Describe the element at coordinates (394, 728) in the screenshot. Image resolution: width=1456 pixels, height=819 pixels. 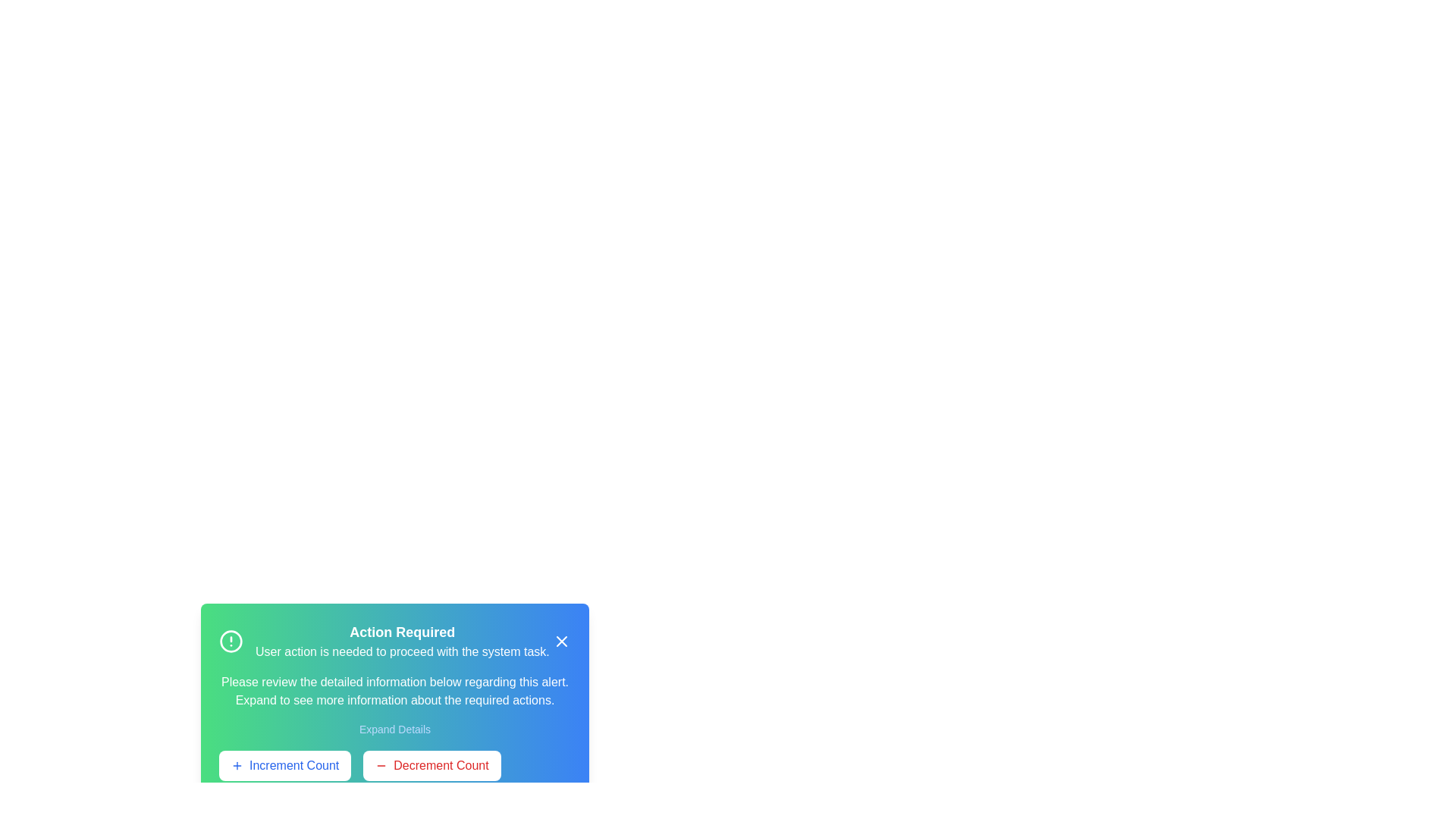
I see `the 'Expand Details' button to toggle the detailed message visibility` at that location.